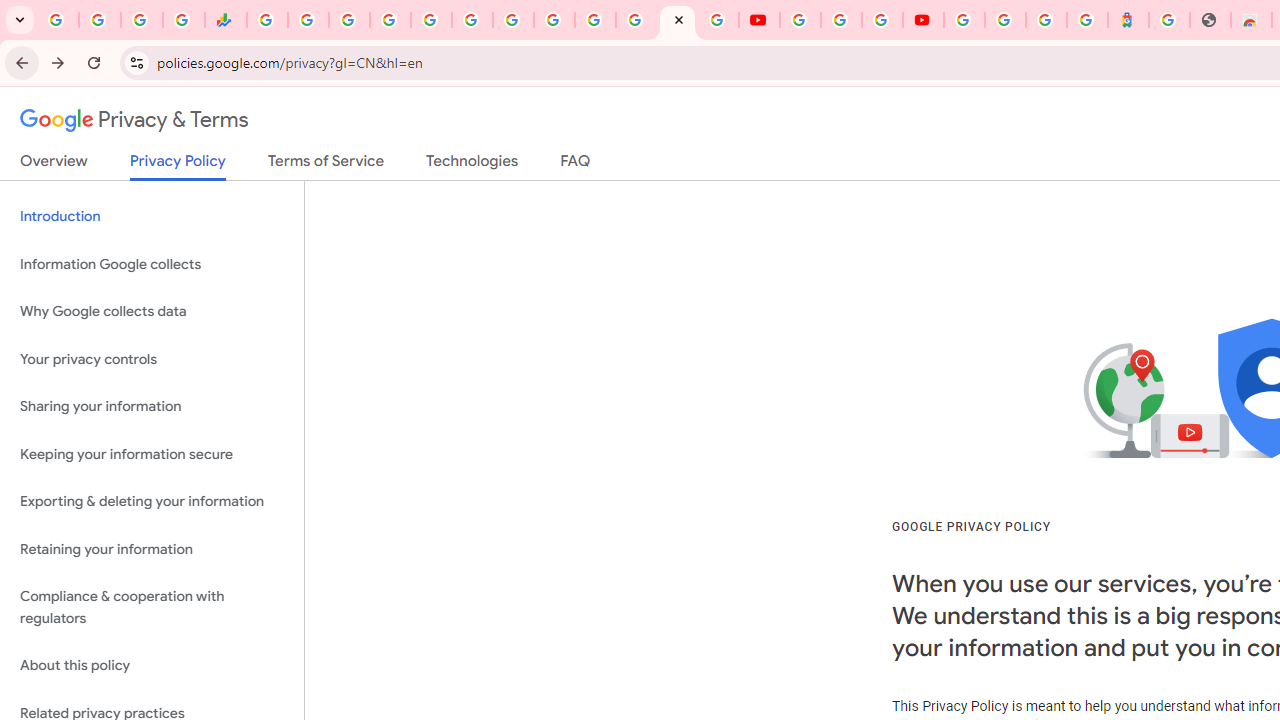 The width and height of the screenshot is (1280, 720). Describe the element at coordinates (471, 164) in the screenshot. I see `'Technologies'` at that location.